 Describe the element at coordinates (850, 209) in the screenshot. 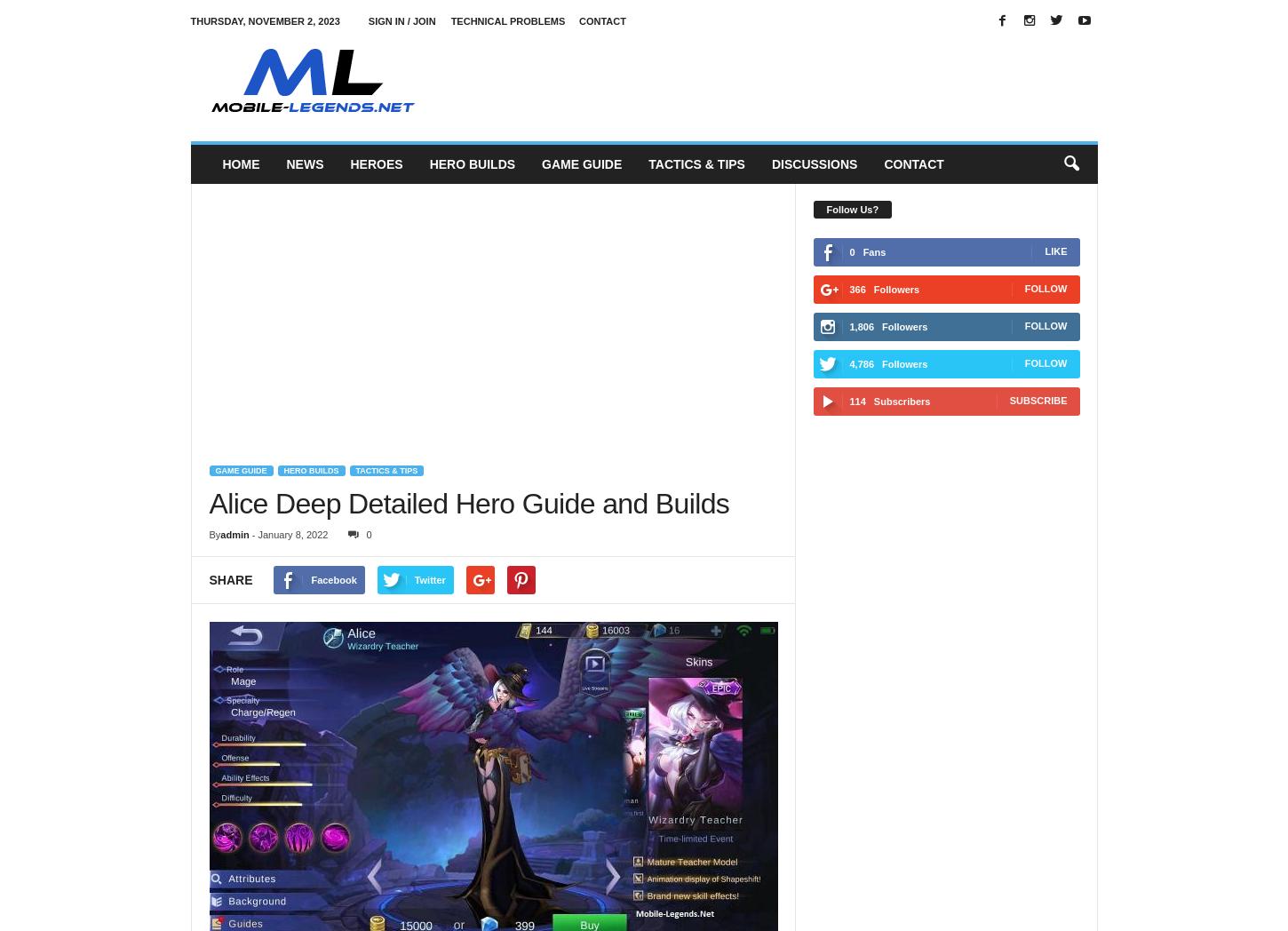

I see `'Follow Us?'` at that location.